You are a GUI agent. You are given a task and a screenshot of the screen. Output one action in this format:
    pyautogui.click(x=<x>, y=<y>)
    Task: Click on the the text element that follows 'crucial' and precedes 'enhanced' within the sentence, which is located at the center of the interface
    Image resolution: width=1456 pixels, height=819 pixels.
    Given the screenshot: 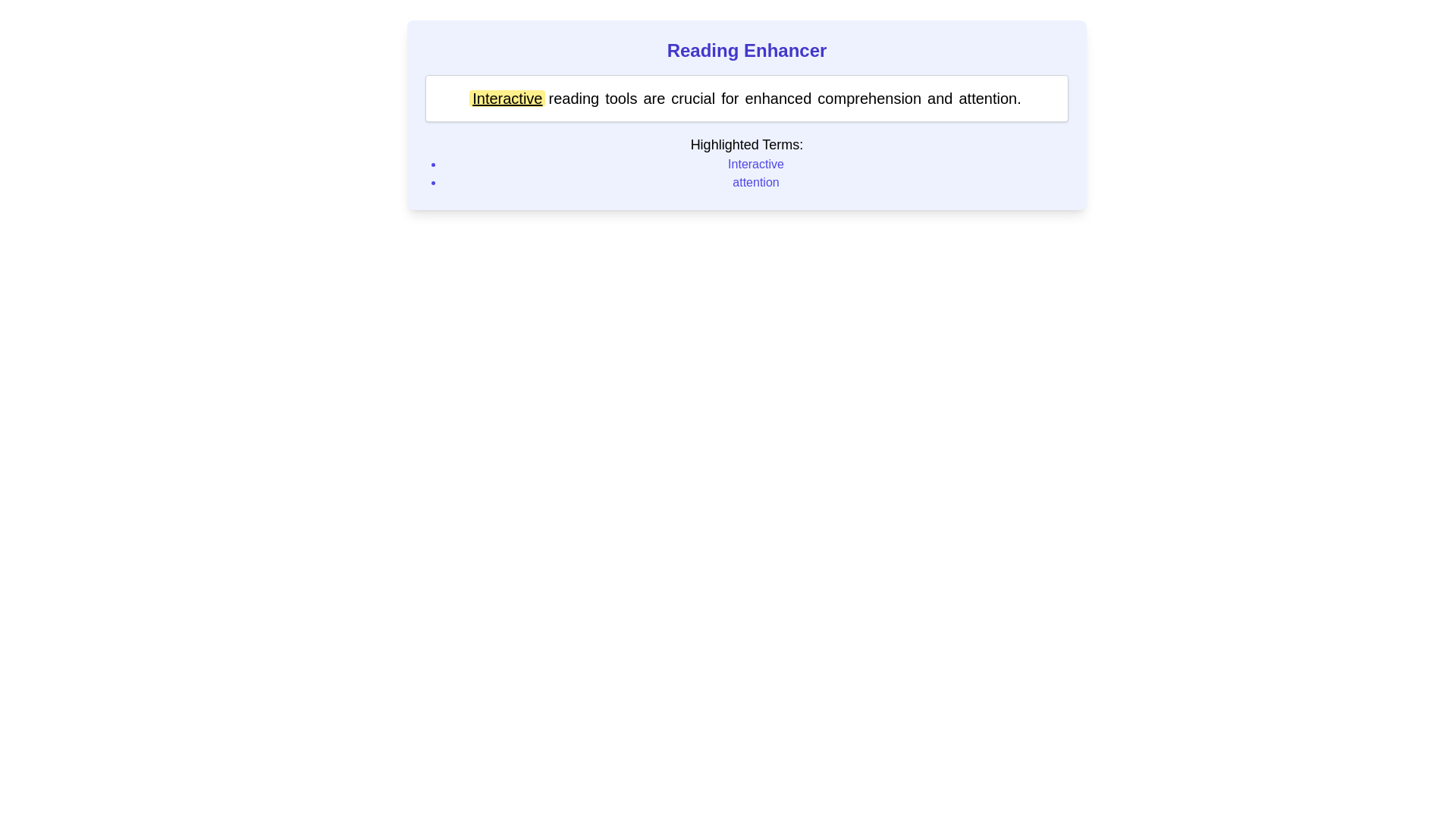 What is the action you would take?
    pyautogui.click(x=730, y=99)
    